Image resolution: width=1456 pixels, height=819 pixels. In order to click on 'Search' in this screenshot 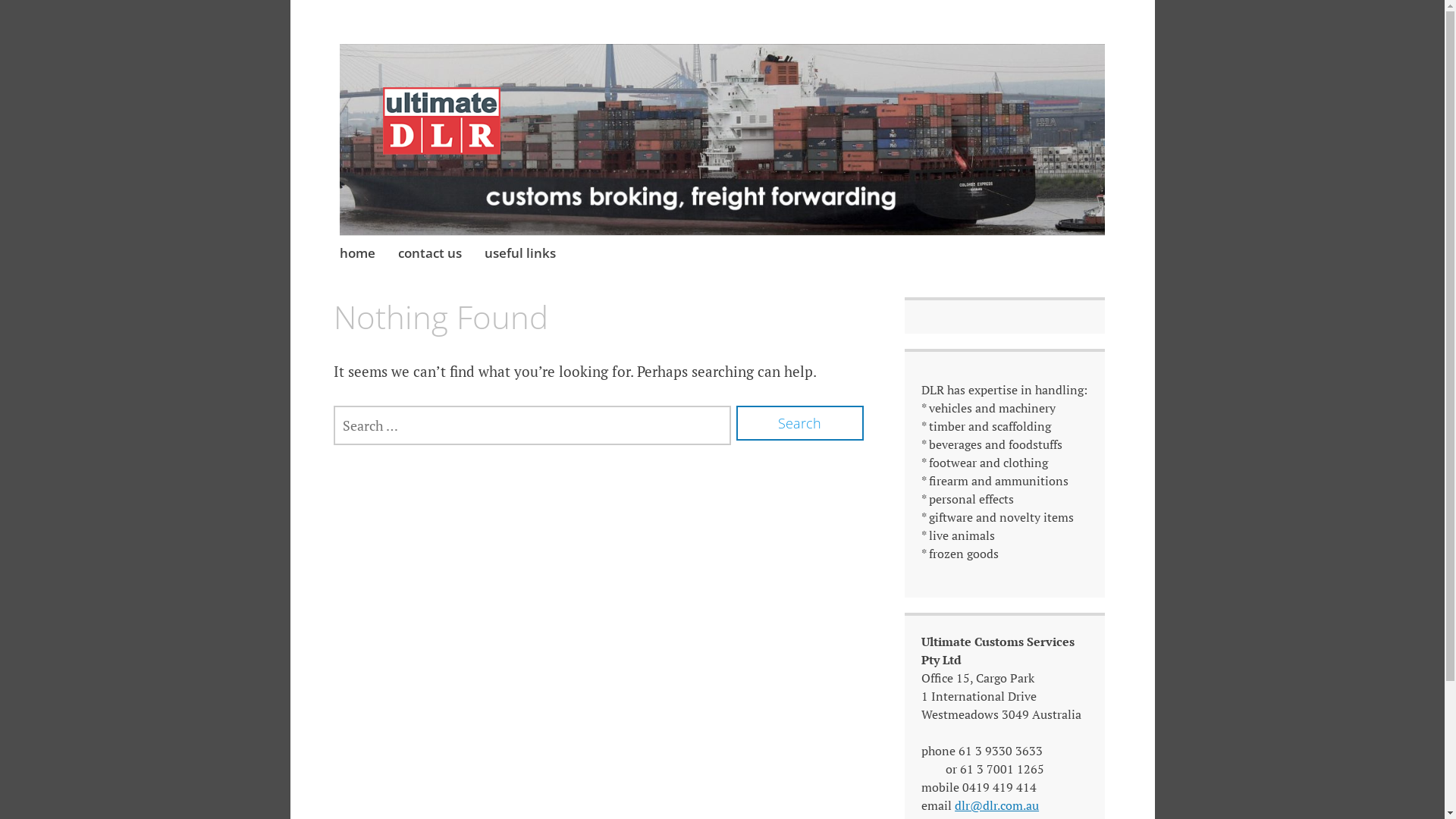, I will do `click(799, 423)`.